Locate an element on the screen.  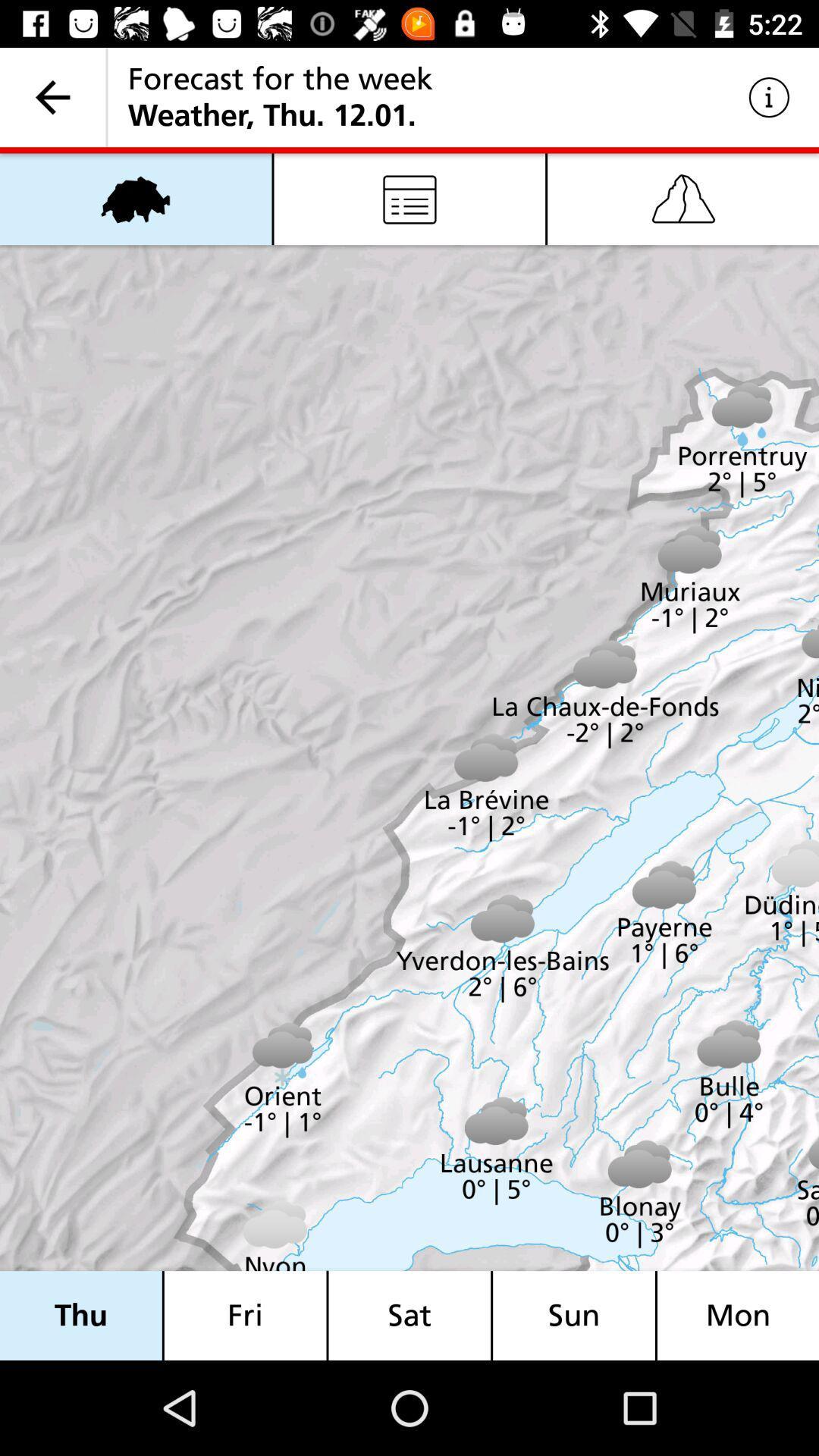
item to the left of the forecast for the item is located at coordinates (52, 96).